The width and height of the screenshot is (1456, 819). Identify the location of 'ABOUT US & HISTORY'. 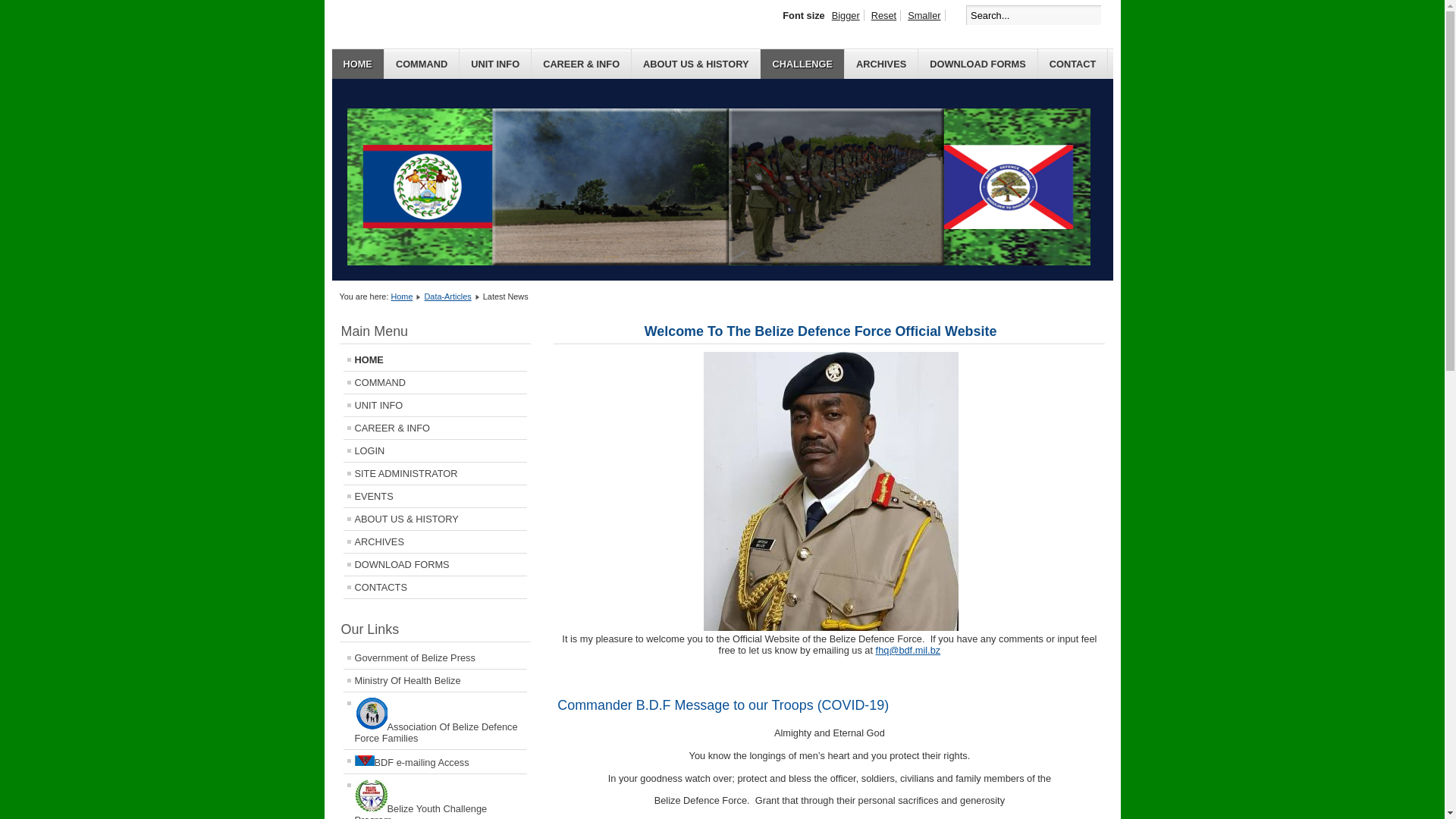
(695, 63).